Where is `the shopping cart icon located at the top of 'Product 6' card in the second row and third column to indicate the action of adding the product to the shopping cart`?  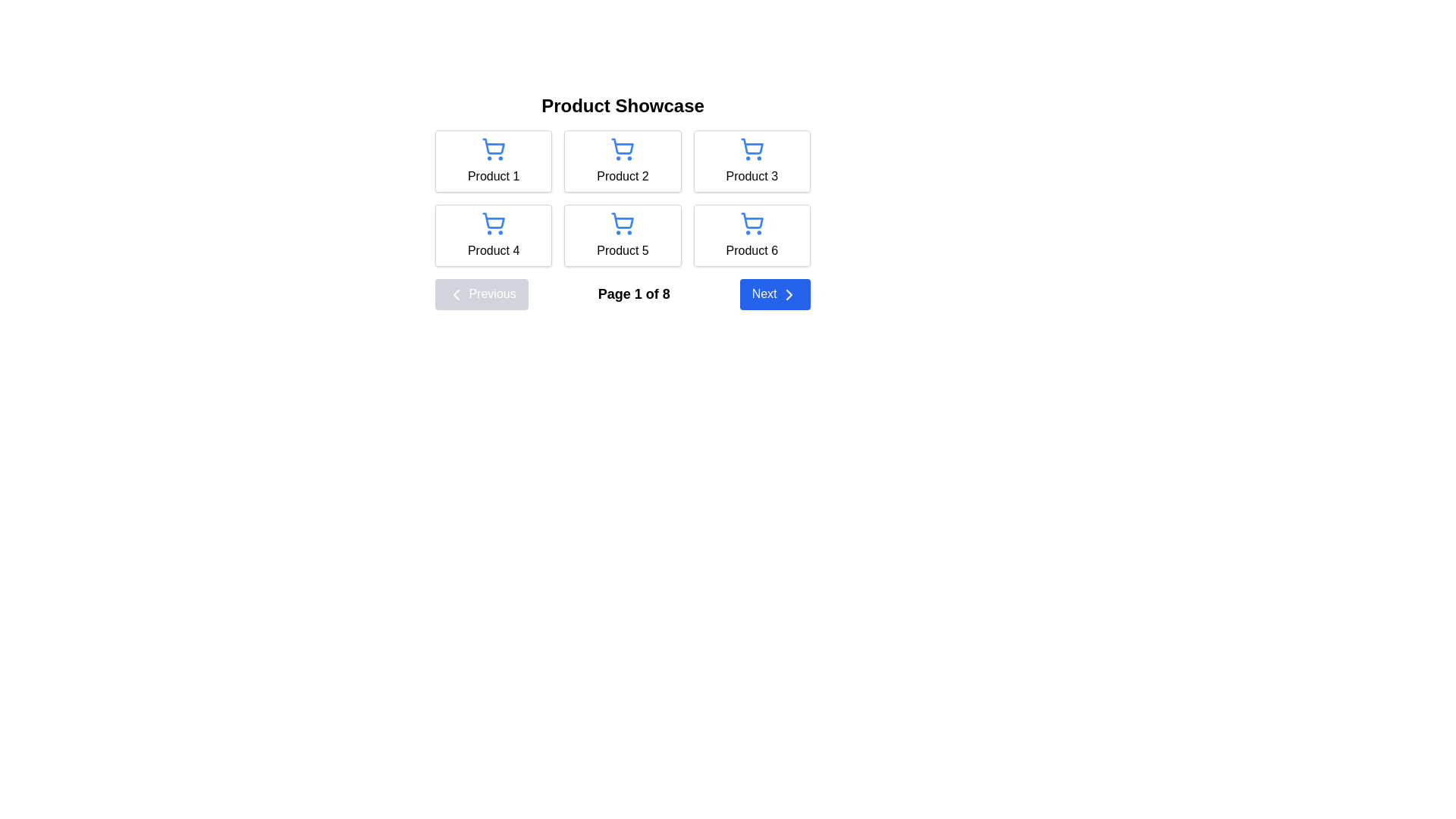
the shopping cart icon located at the top of 'Product 6' card in the second row and third column to indicate the action of adding the product to the shopping cart is located at coordinates (752, 223).